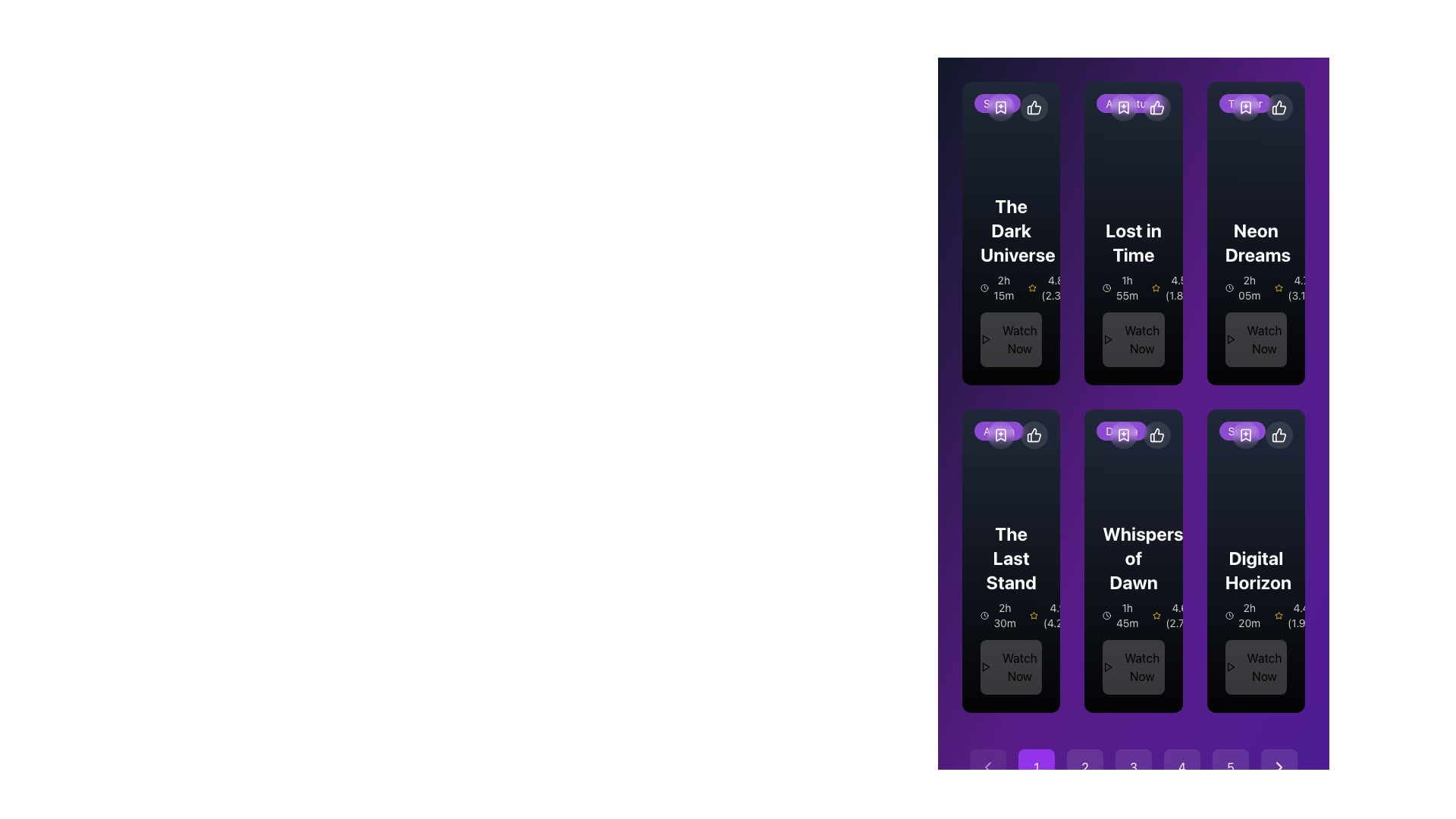 The width and height of the screenshot is (1456, 819). I want to click on the icon button located at the top right of the 'Digital Horizon' card in the second row to mark it as favorite or saved, so click(1245, 435).